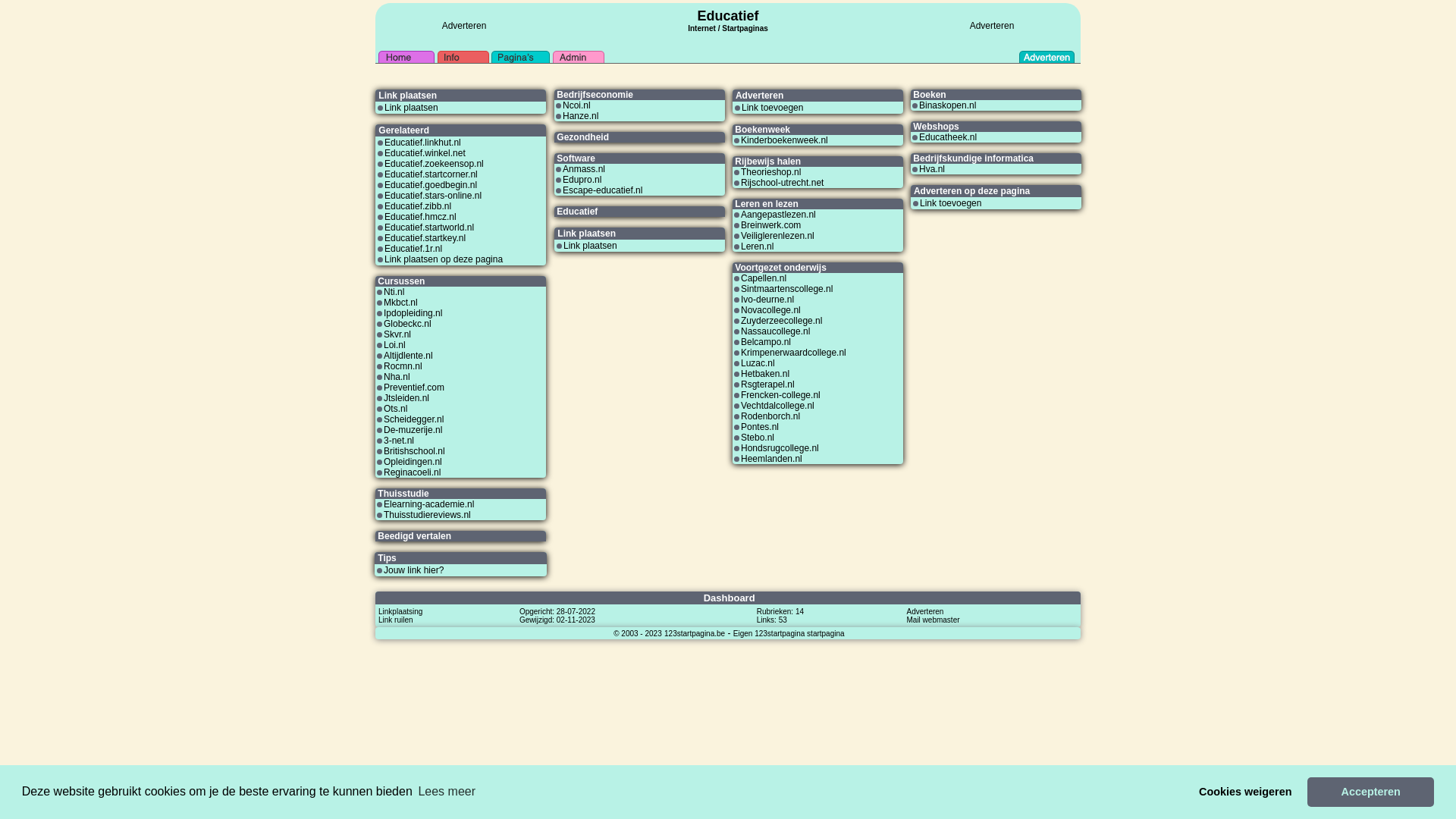 The width and height of the screenshot is (1456, 819). Describe the element at coordinates (384, 107) in the screenshot. I see `'Link plaatsen'` at that location.